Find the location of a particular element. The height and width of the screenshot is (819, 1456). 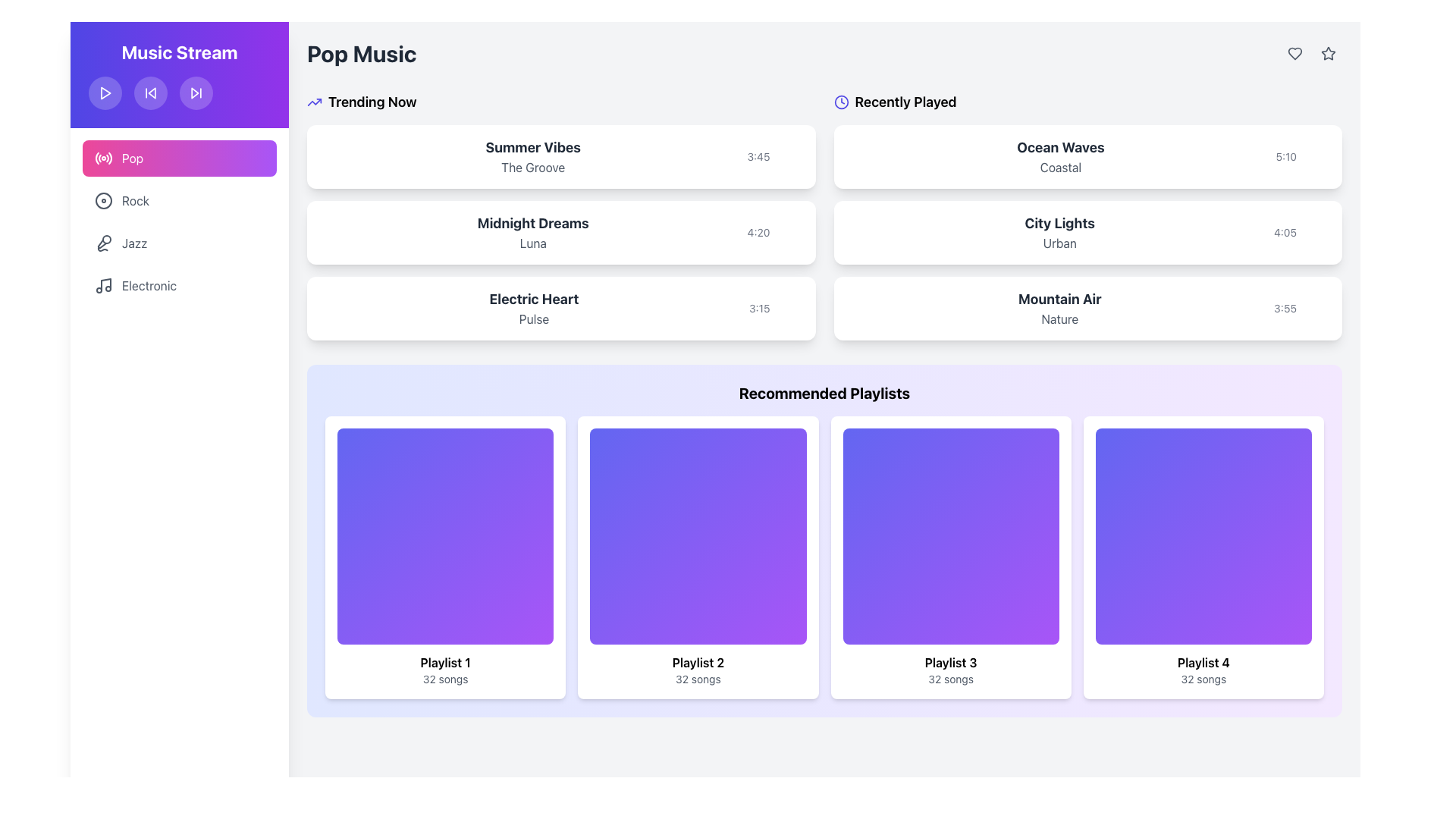

the square background graphic element with a gradient fill located in the fourth tile of the 'Recommended Playlists' section is located at coordinates (1203, 535).